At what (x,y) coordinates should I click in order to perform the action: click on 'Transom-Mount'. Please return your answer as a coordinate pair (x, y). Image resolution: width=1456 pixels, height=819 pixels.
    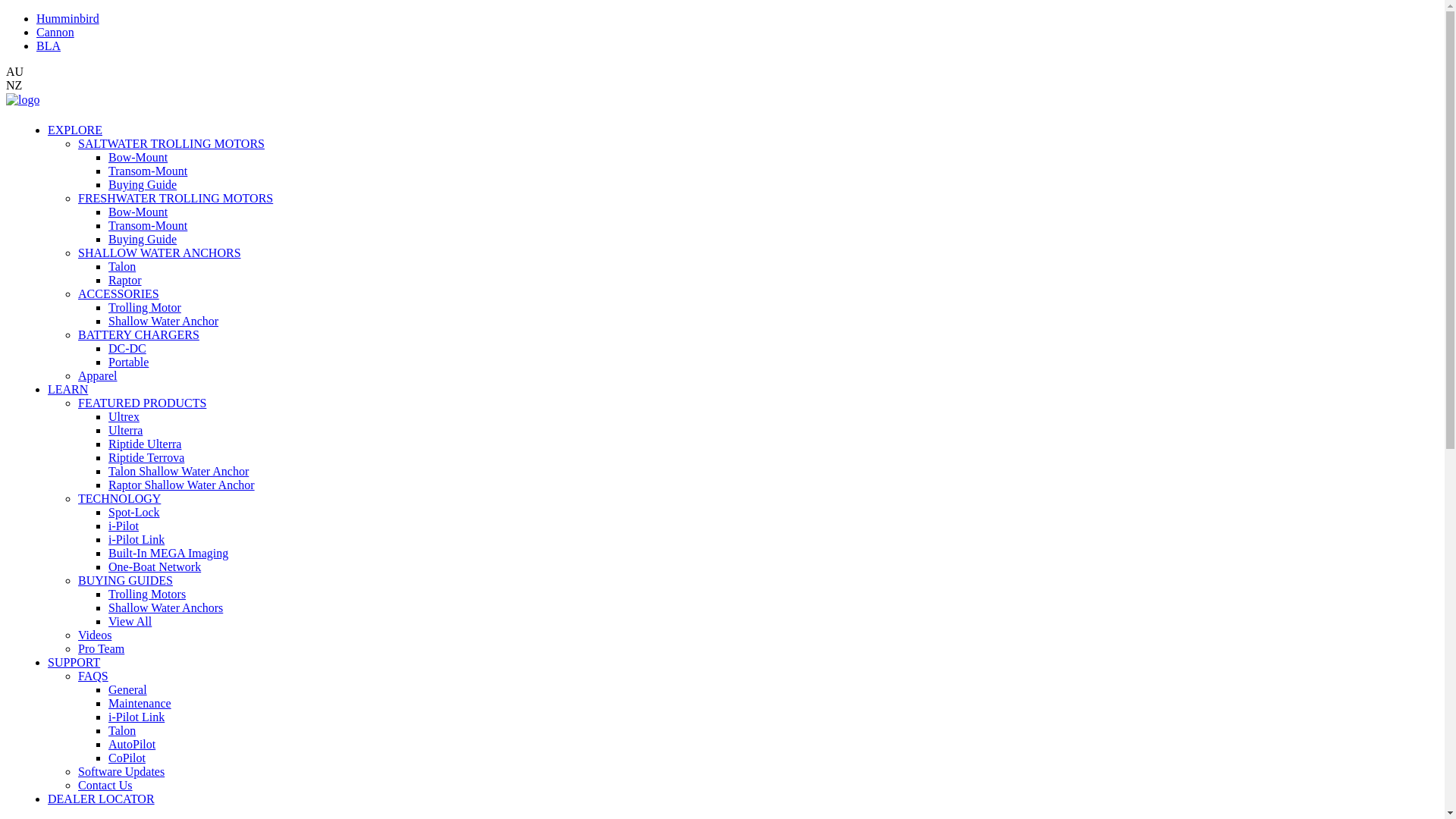
    Looking at the image, I should click on (148, 171).